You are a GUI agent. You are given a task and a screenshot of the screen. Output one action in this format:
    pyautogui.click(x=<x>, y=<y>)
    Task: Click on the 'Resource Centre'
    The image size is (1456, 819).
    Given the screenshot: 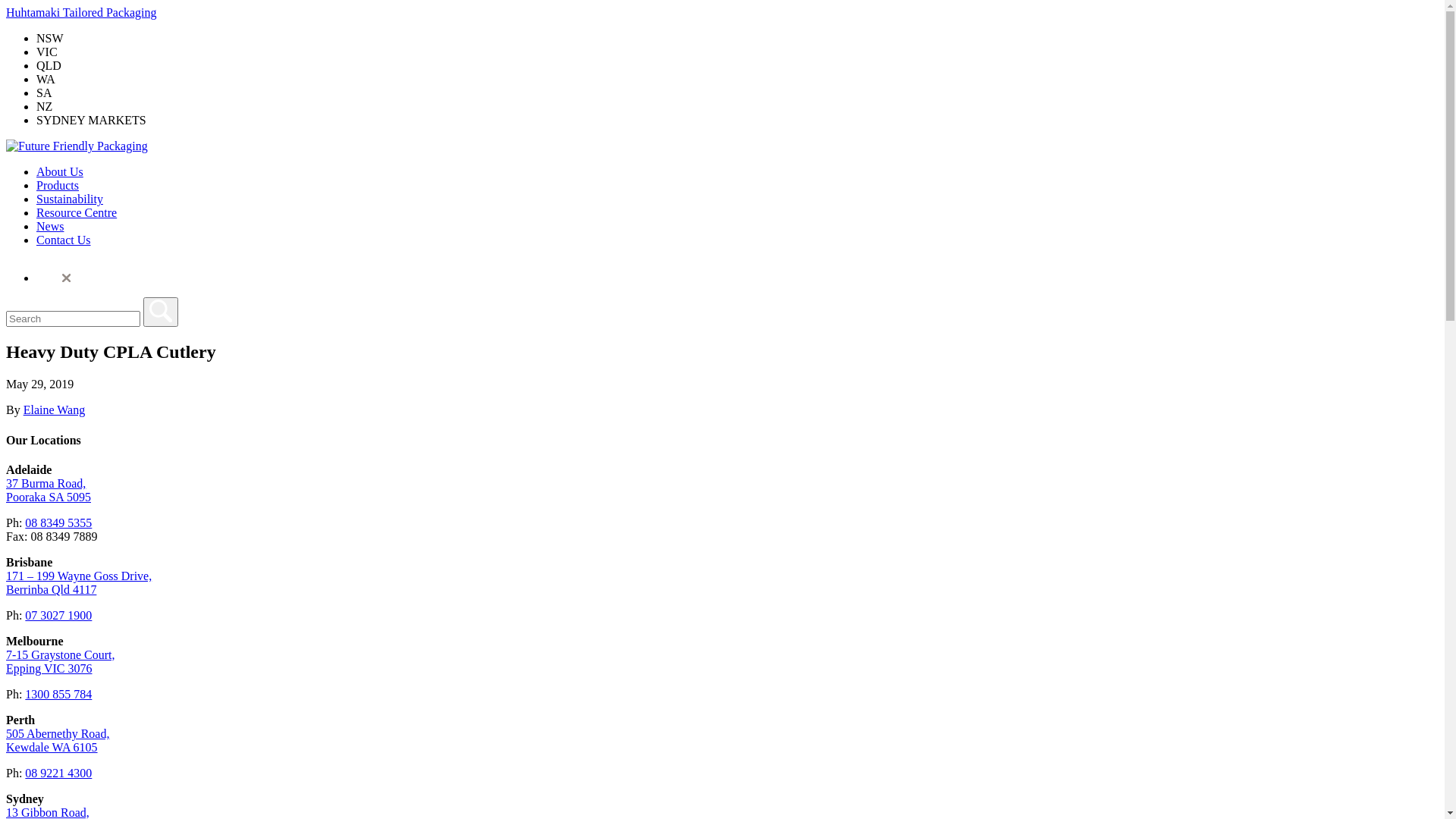 What is the action you would take?
    pyautogui.click(x=75, y=212)
    